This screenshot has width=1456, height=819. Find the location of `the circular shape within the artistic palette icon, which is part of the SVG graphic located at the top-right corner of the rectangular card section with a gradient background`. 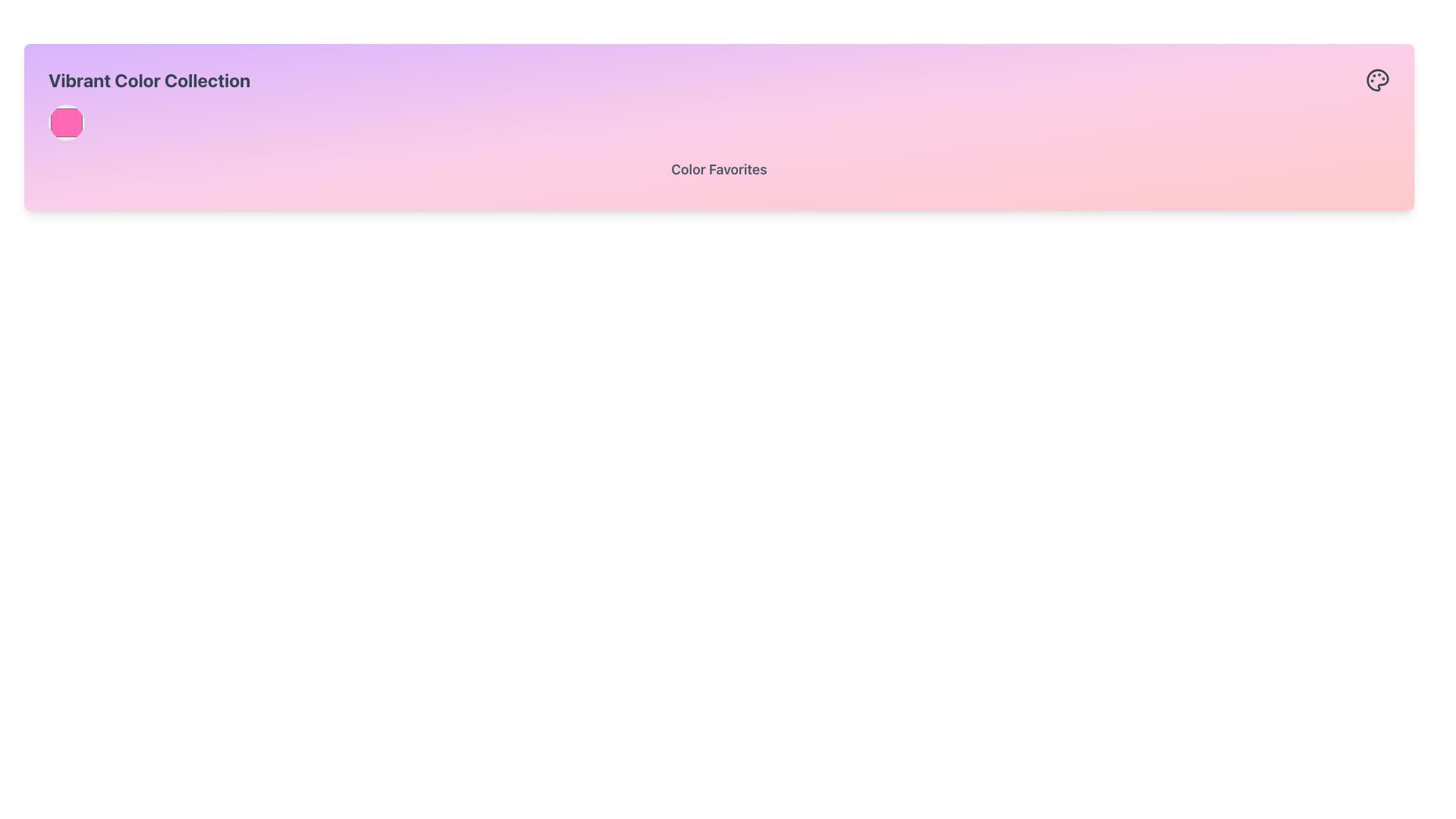

the circular shape within the artistic palette icon, which is part of the SVG graphic located at the top-right corner of the rectangular card section with a gradient background is located at coordinates (1377, 80).